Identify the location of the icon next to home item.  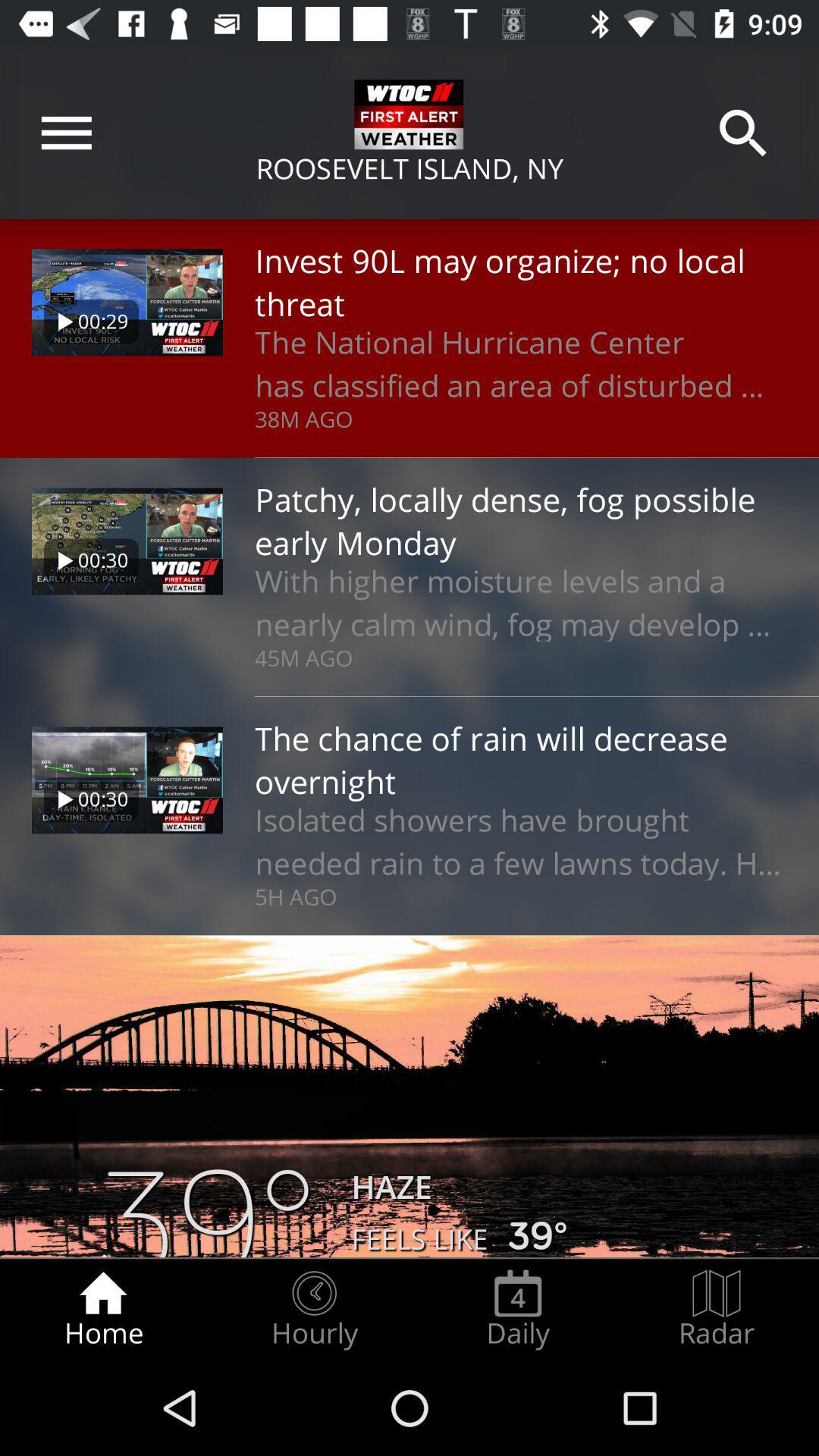
(313, 1309).